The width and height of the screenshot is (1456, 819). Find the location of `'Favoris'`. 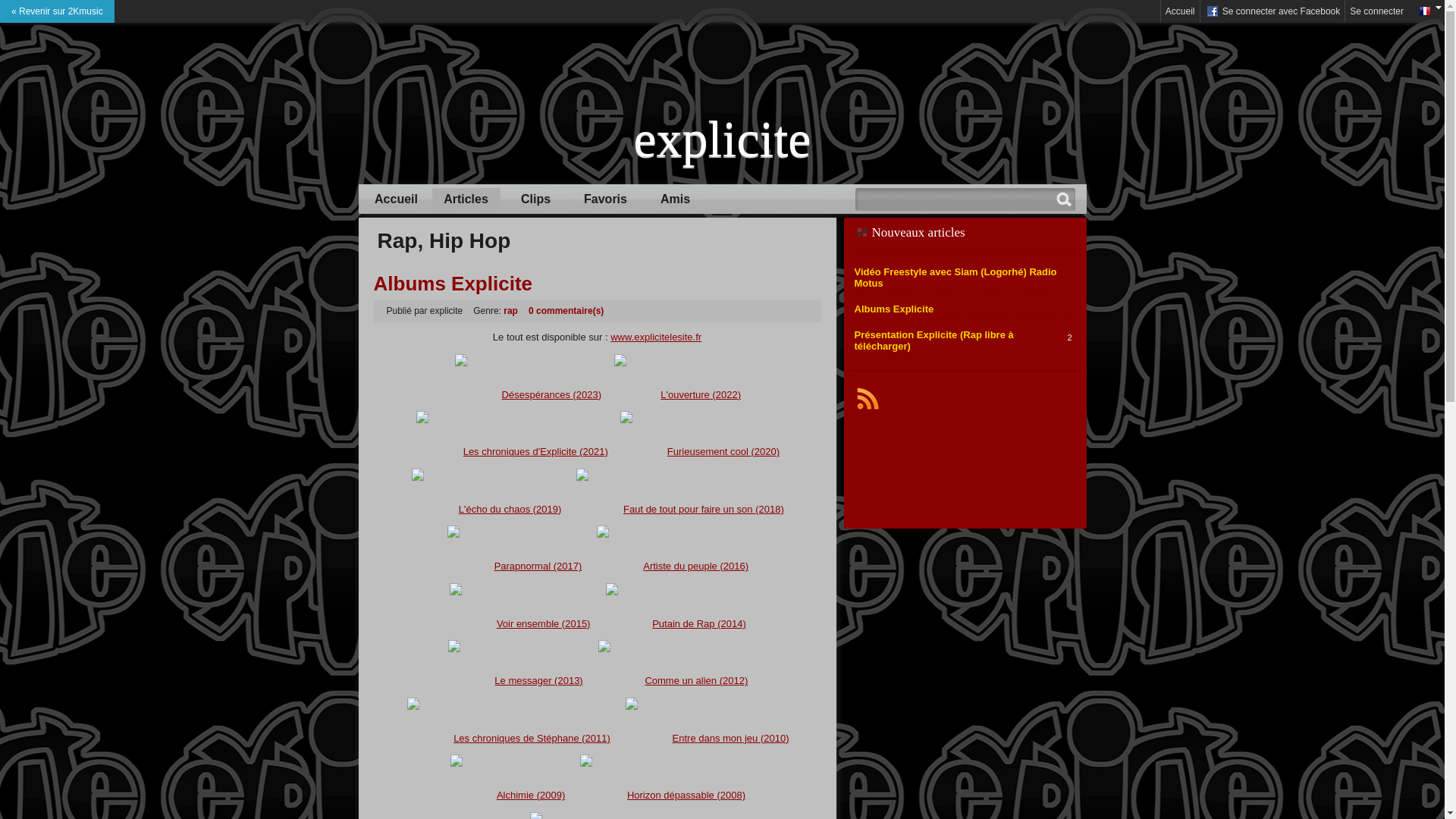

'Favoris' is located at coordinates (604, 198).